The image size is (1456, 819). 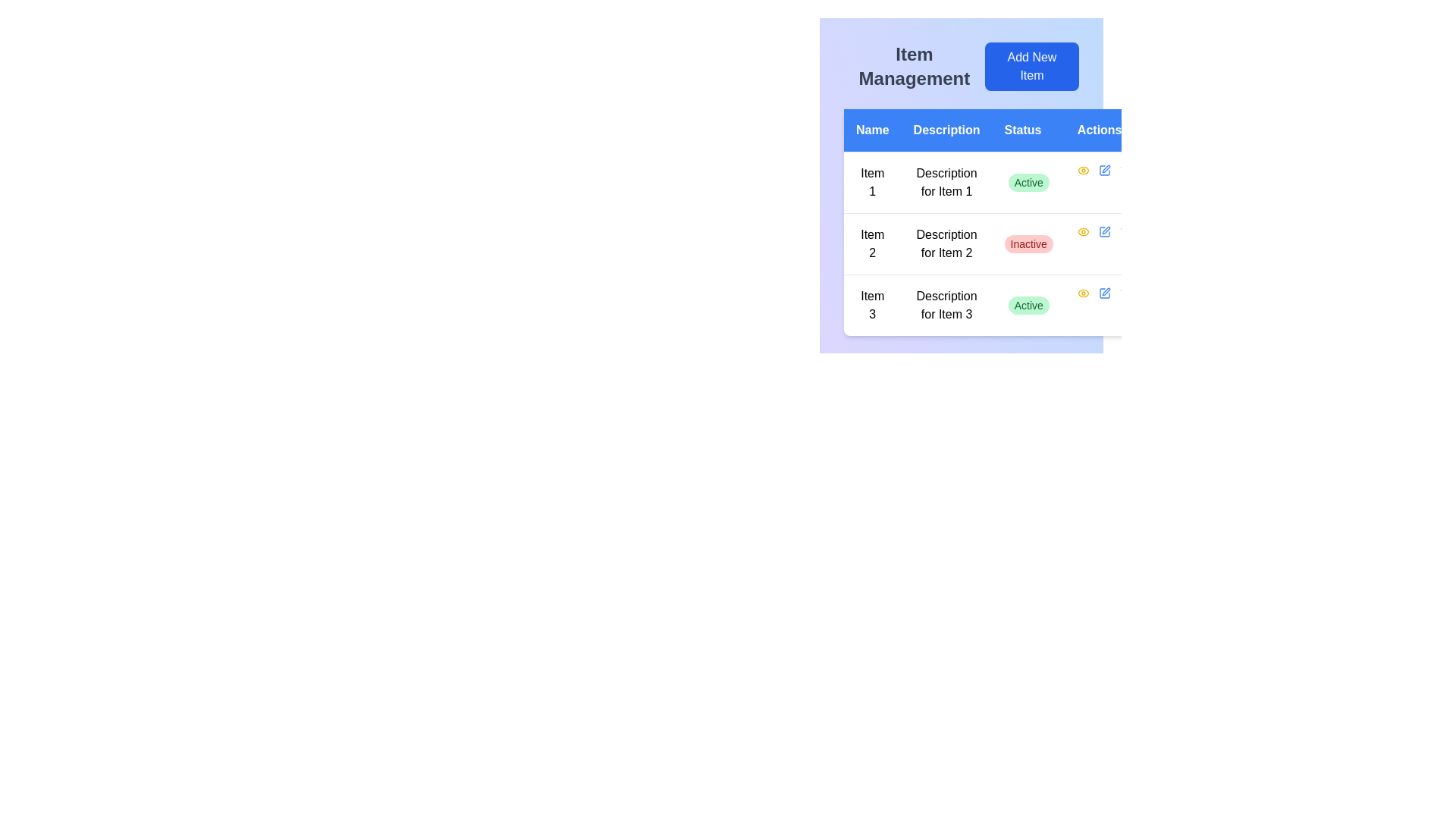 I want to click on the 'Active' status indicator badge, which is a small, rounded rectangular badge with bold green text on a light green background, located in the 'Status' column next to the action icons for 'Item 3', so click(x=1028, y=305).